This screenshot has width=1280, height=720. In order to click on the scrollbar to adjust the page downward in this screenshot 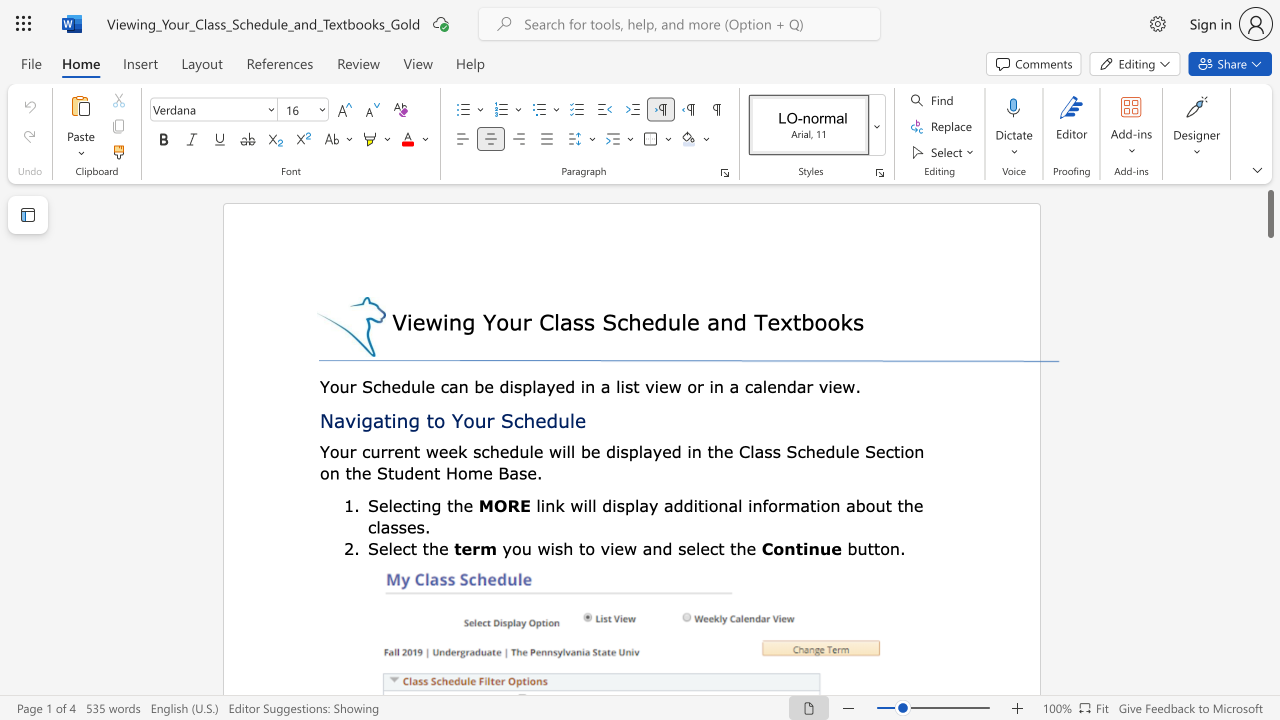, I will do `click(1269, 660)`.